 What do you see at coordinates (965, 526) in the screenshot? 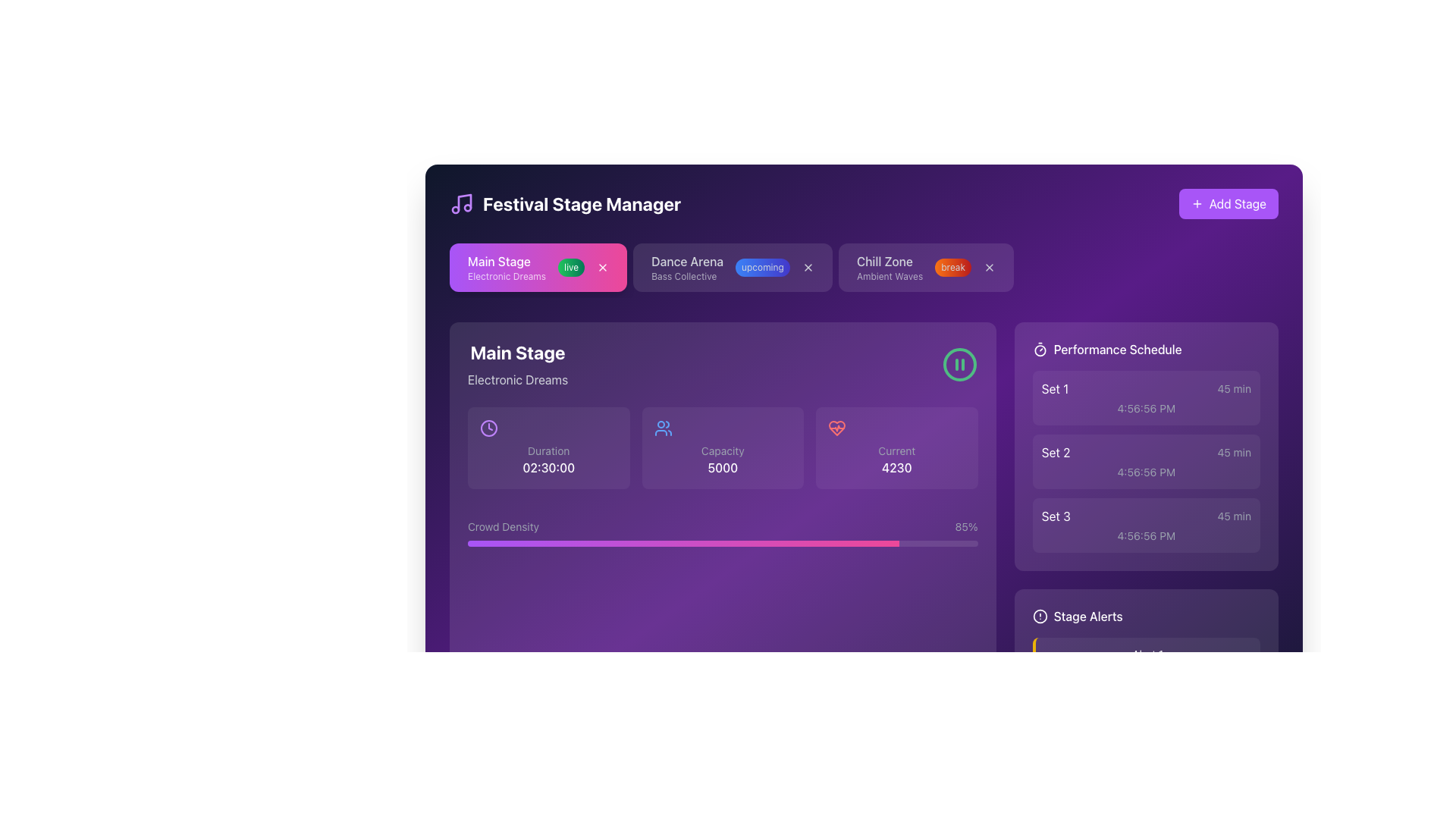
I see `text displayed as '85%' on the text label within the 'Crowd Density' segment, which is styled with a white font on a purple background` at bounding box center [965, 526].